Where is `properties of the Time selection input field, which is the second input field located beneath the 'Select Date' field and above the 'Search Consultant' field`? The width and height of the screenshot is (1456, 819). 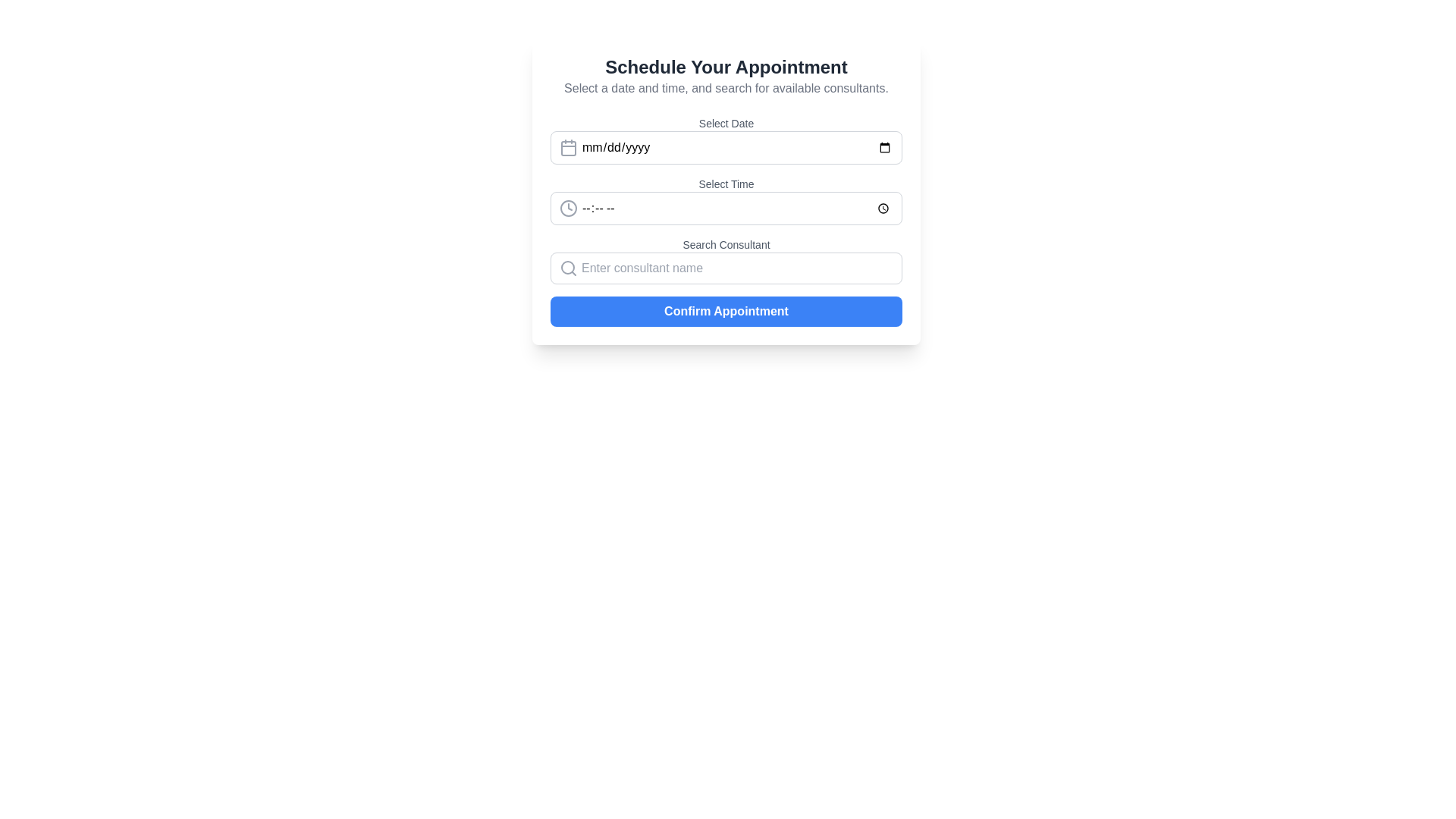 properties of the Time selection input field, which is the second input field located beneath the 'Select Date' field and above the 'Search Consultant' field is located at coordinates (726, 190).